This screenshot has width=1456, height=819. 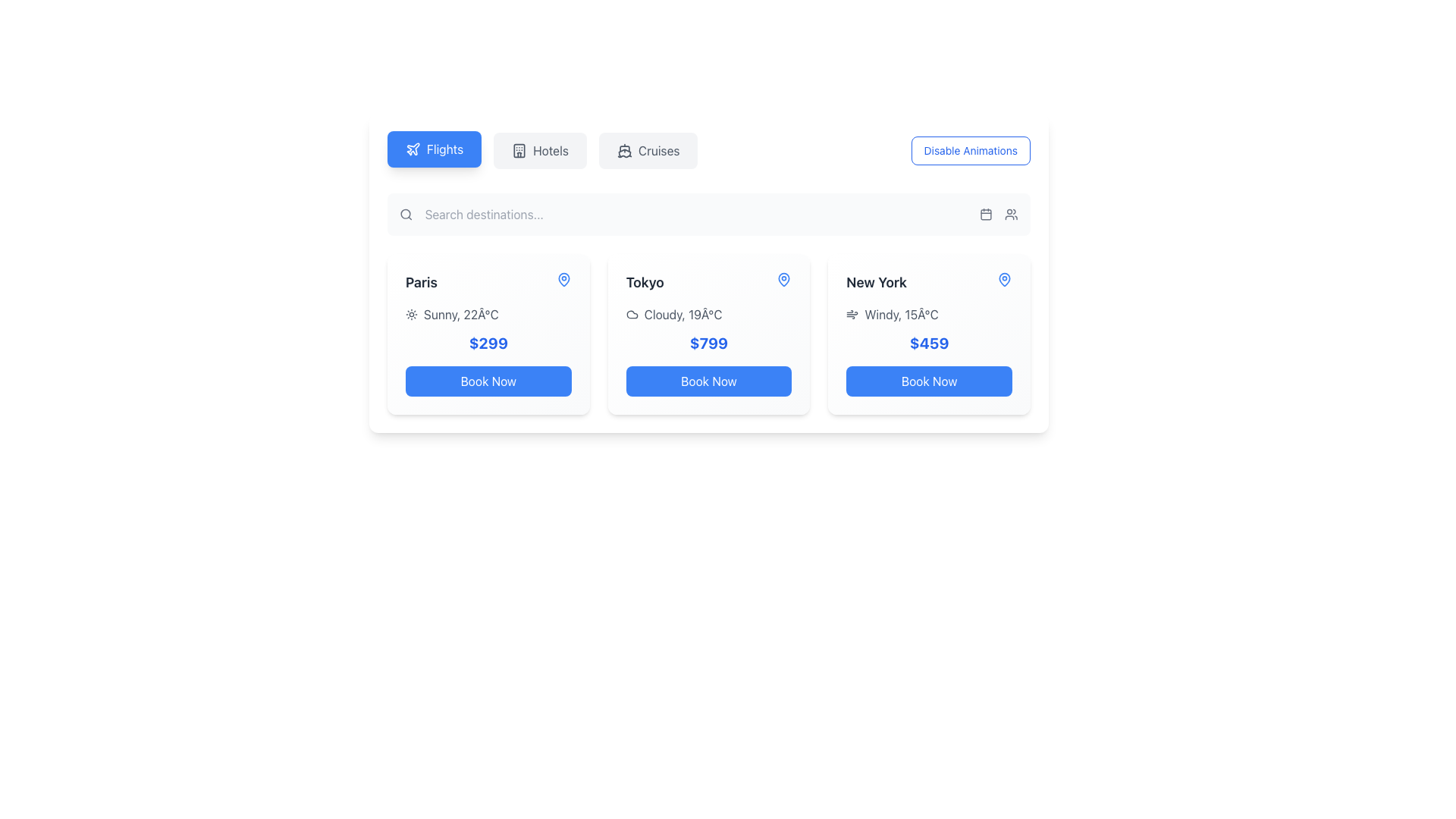 I want to click on the small ship icon located within the 'Cruises' button in the top navigation bar, so click(x=624, y=151).